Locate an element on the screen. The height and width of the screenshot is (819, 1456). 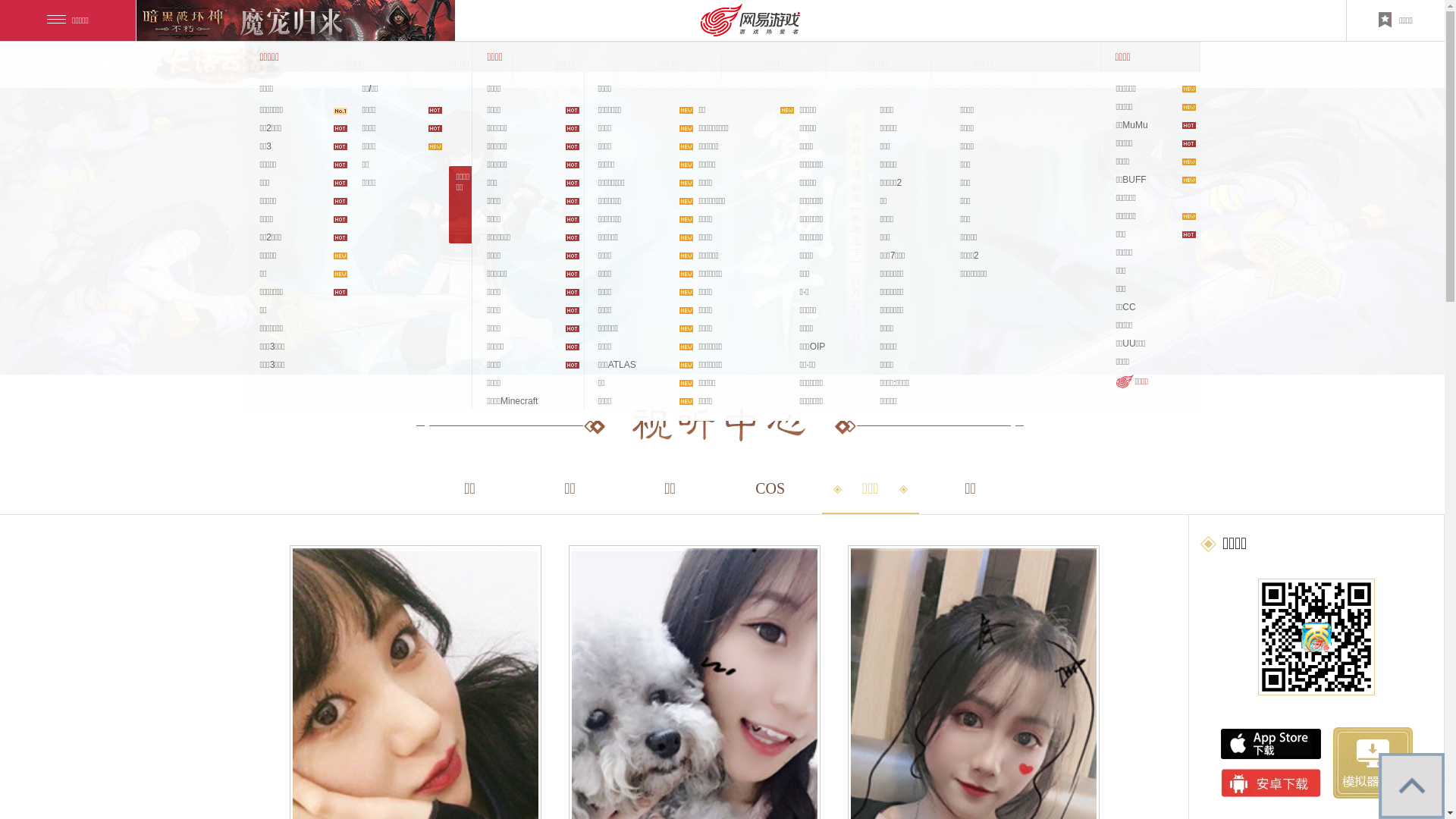
'COS' is located at coordinates (770, 488).